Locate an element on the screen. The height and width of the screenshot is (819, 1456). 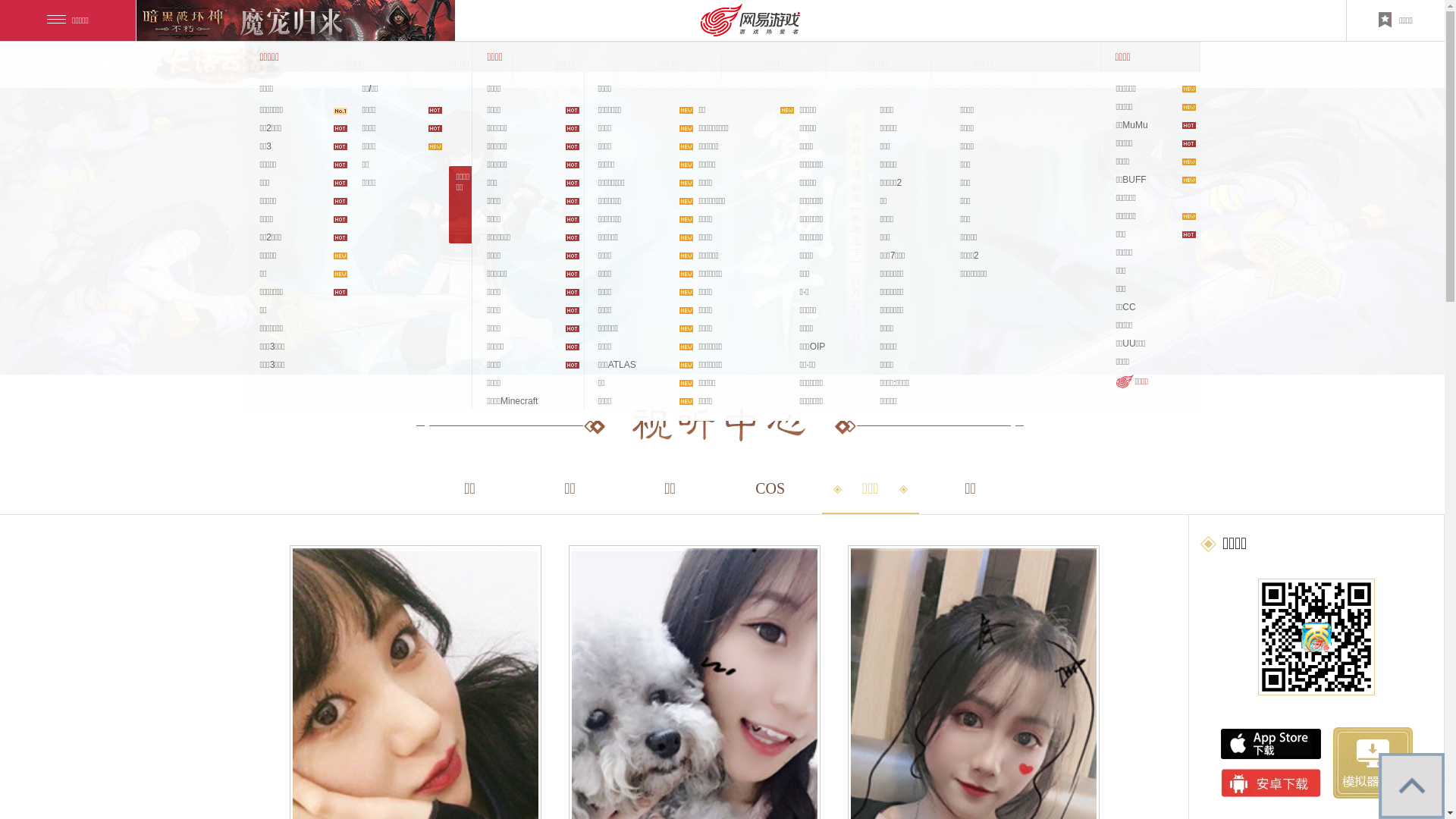
'COS' is located at coordinates (770, 488).